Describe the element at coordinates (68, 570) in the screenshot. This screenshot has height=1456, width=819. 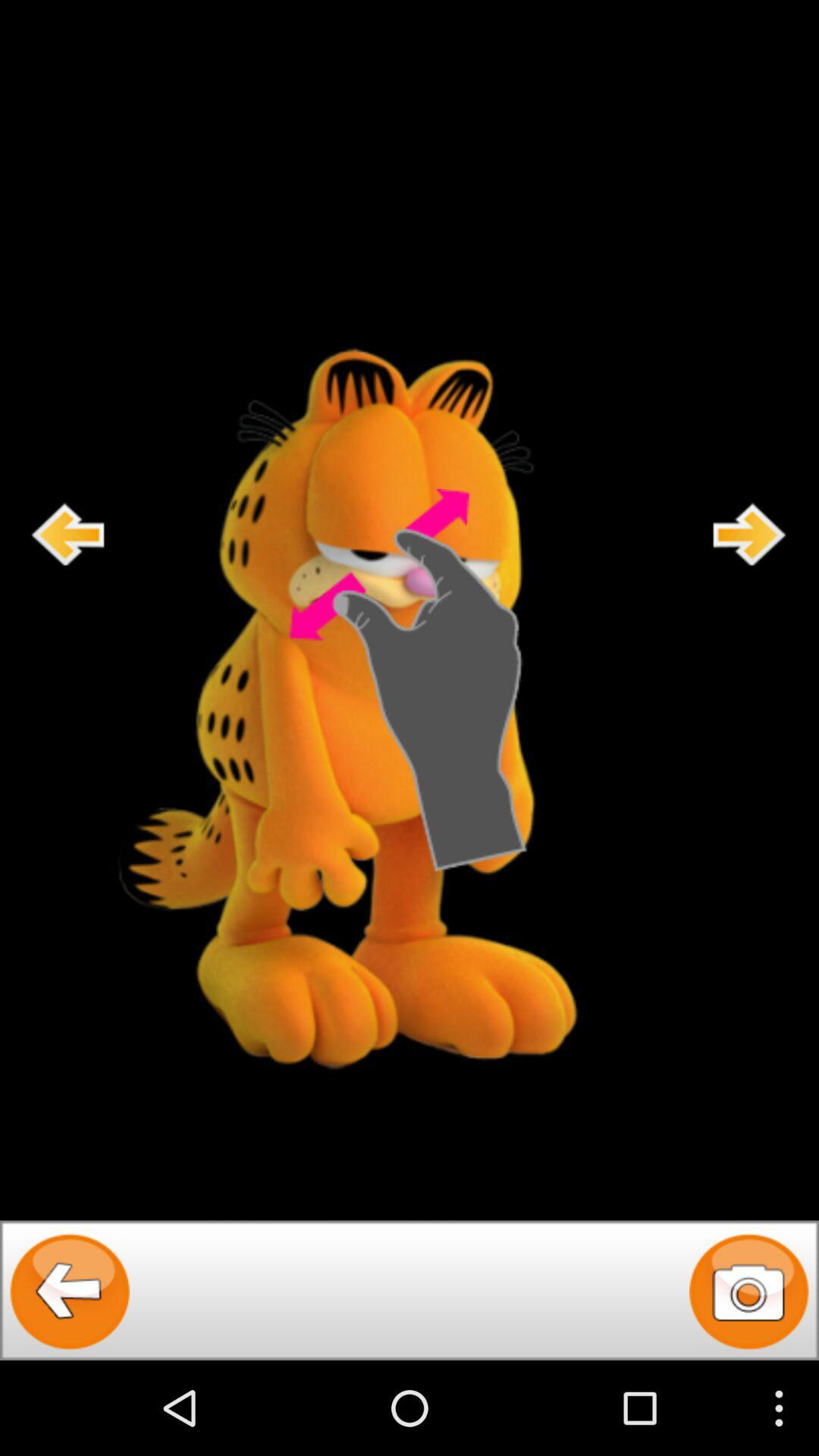
I see `the arrow_backward icon` at that location.